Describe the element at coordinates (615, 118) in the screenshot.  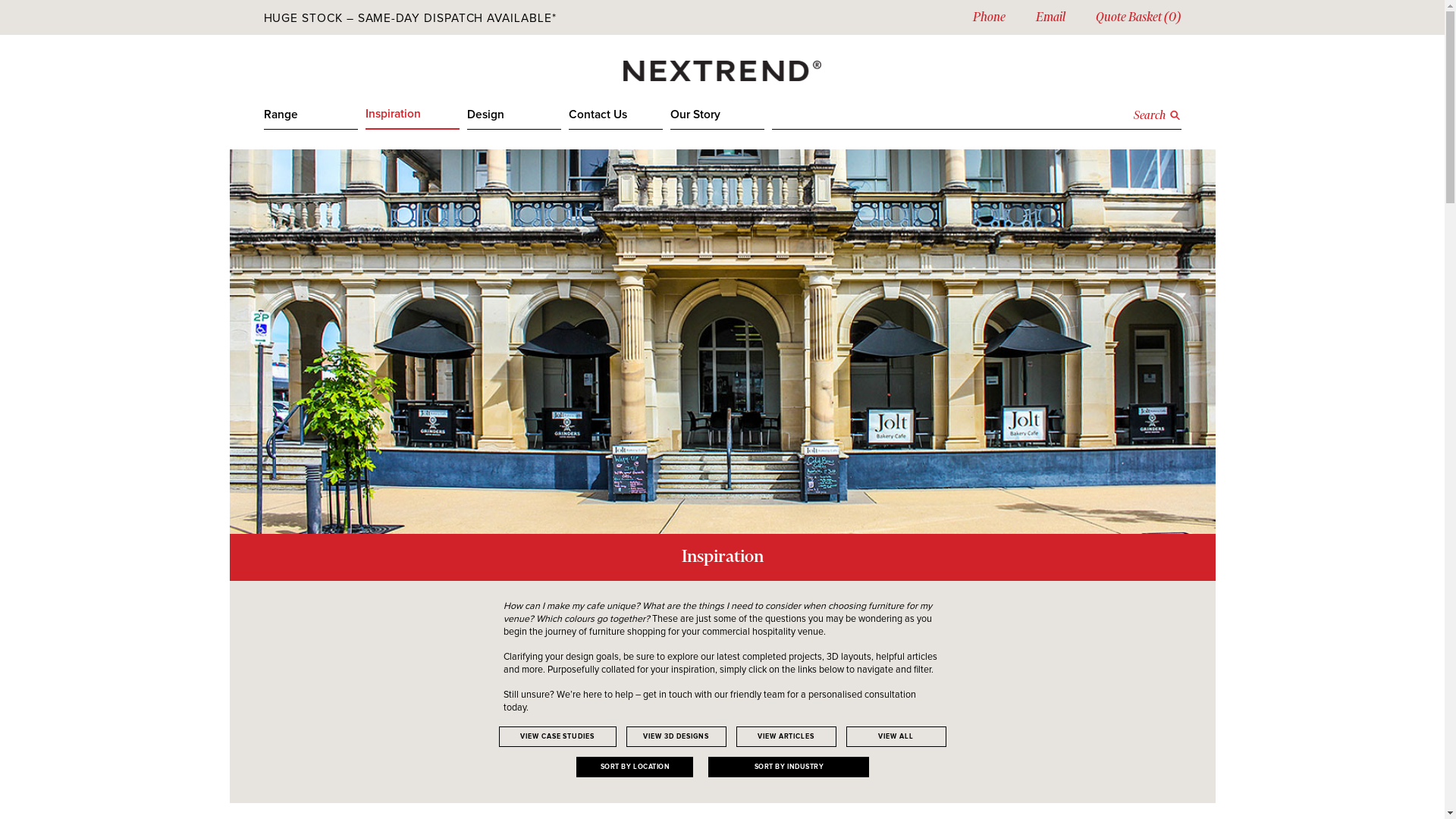
I see `'Contact Us'` at that location.